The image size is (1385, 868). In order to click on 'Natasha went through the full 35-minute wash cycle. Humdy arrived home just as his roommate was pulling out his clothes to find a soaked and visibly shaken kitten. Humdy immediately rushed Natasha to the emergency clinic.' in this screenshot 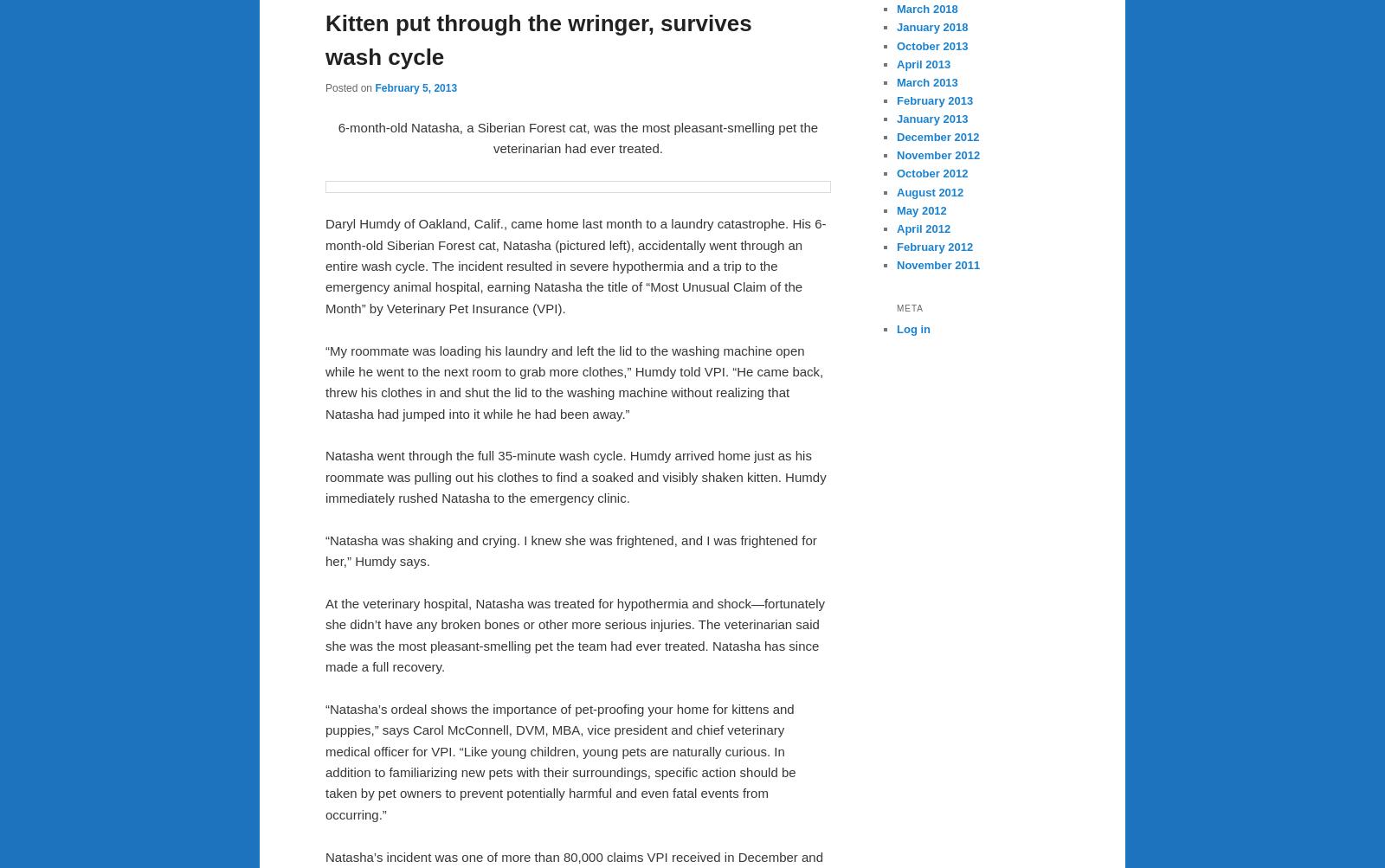, I will do `click(575, 476)`.